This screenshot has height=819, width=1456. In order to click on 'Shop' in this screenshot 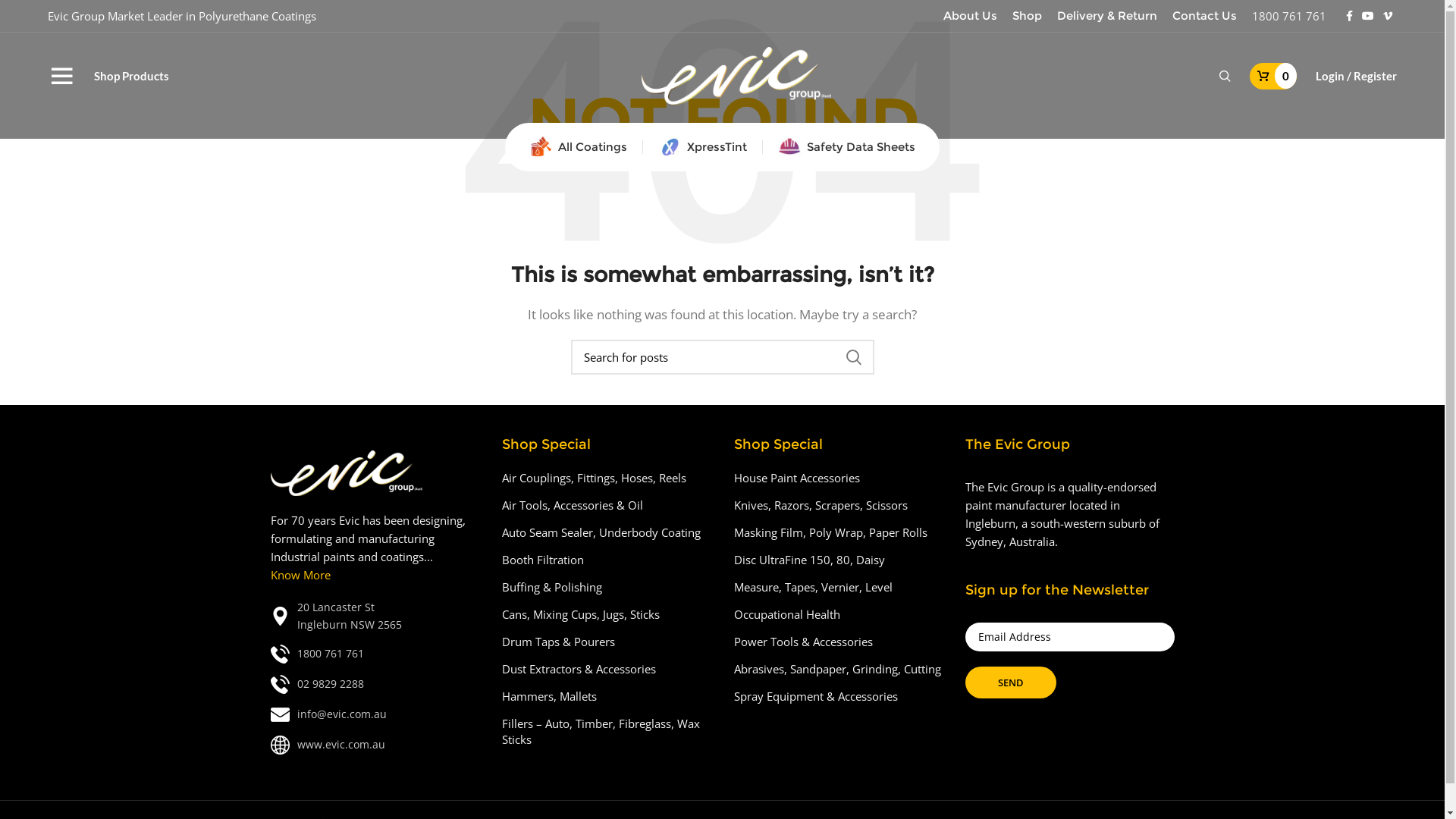, I will do `click(1027, 15)`.